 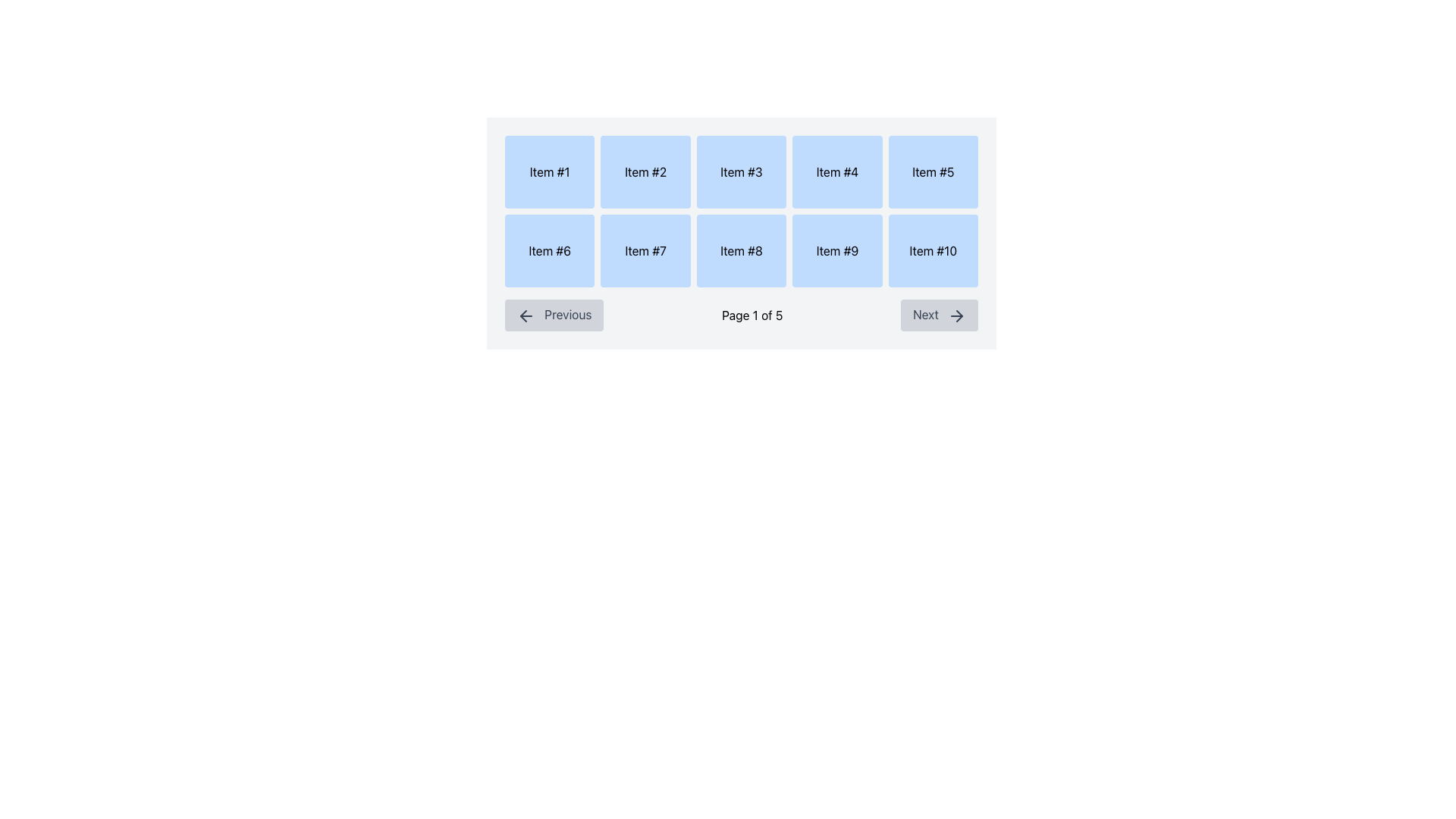 I want to click on the static text card that displays 'Item #4', which is a rectangular card with a light blue background and rounded corners, positioned as the fourth item in a grid layout, so click(x=836, y=171).